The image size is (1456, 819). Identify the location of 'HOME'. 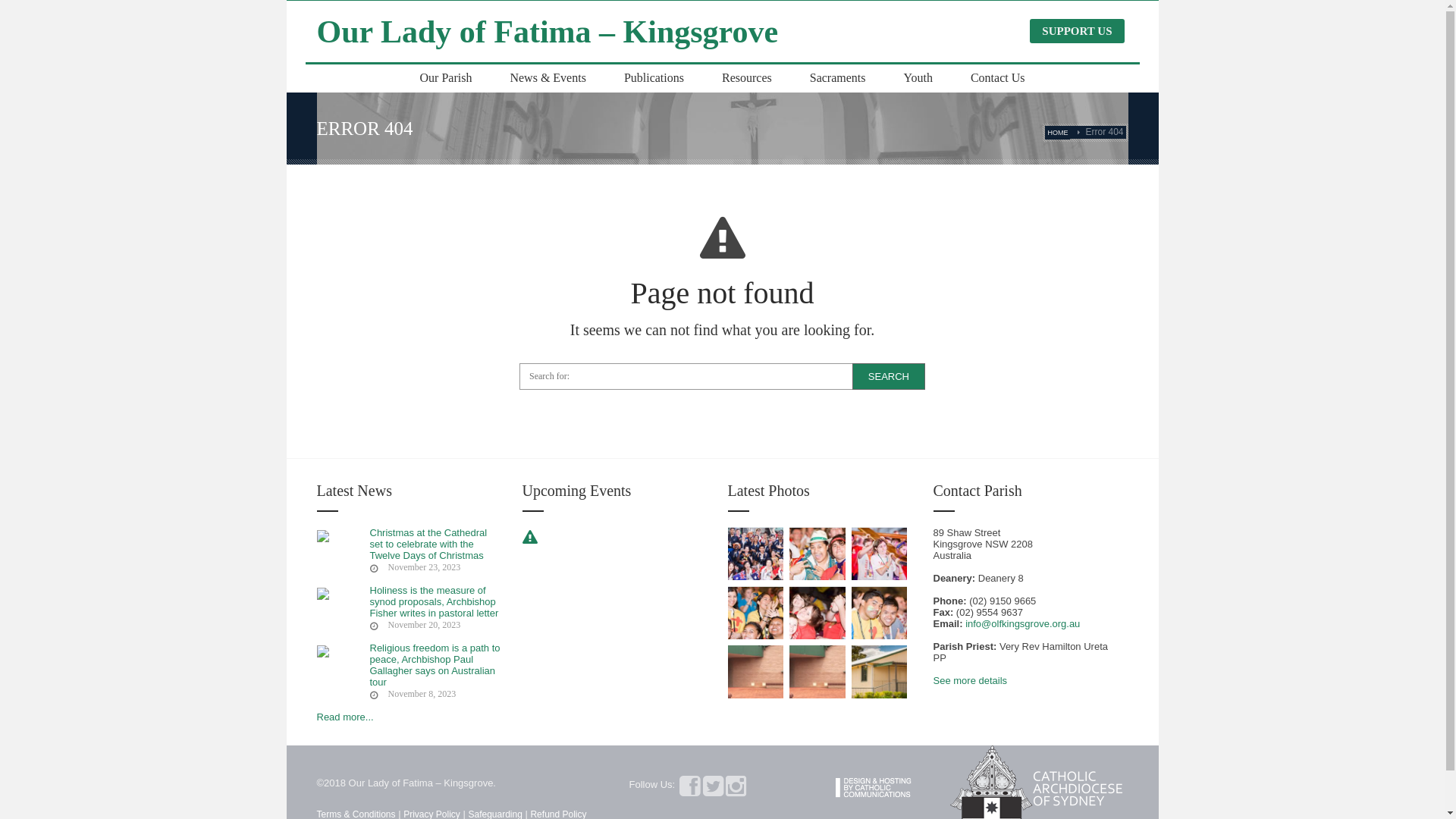
(1056, 131).